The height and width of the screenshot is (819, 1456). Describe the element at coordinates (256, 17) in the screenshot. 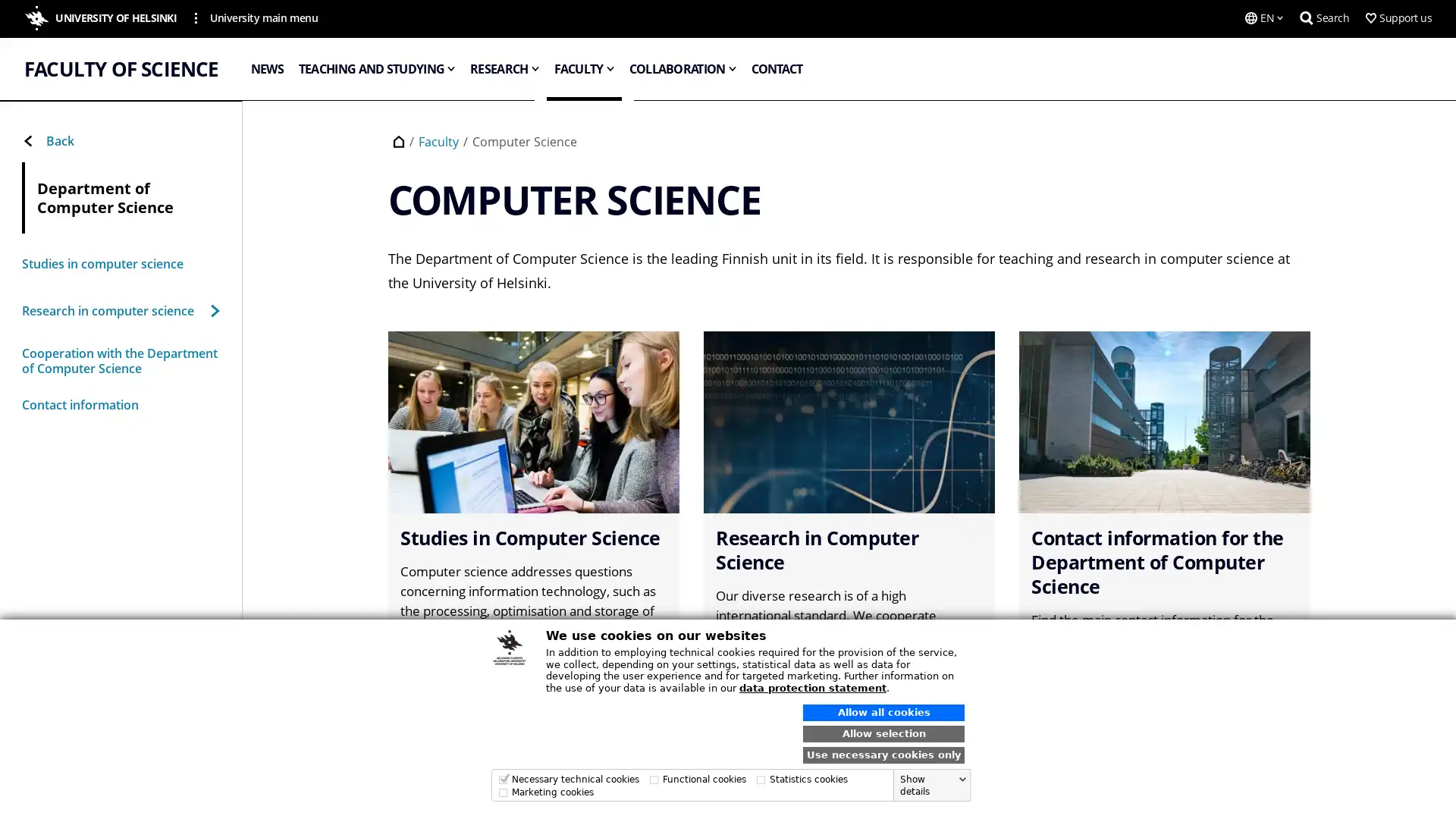

I see `University main menu` at that location.